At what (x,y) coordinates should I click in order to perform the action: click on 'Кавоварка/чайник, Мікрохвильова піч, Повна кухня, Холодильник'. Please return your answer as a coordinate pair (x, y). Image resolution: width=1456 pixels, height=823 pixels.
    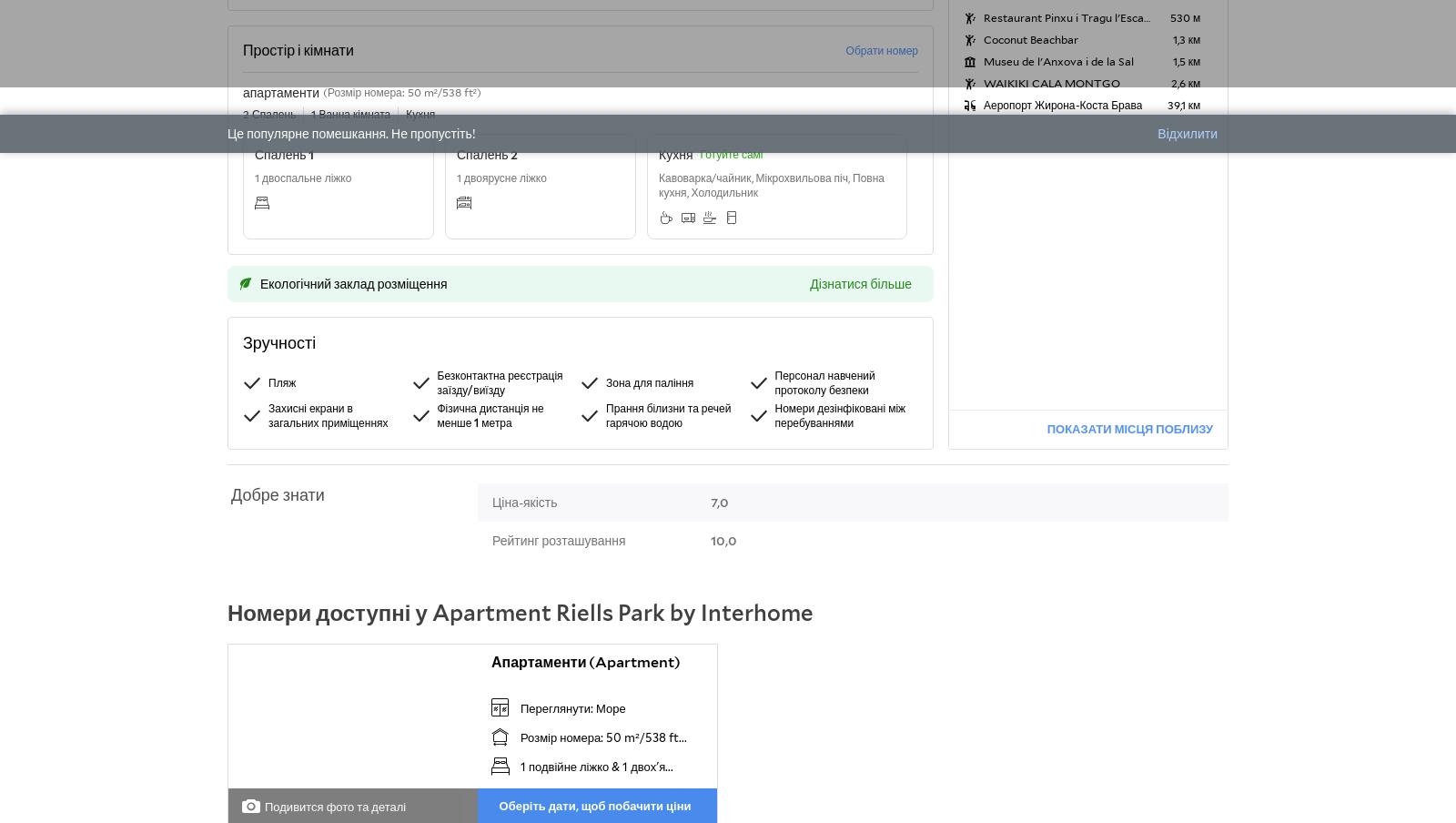
    Looking at the image, I should click on (771, 185).